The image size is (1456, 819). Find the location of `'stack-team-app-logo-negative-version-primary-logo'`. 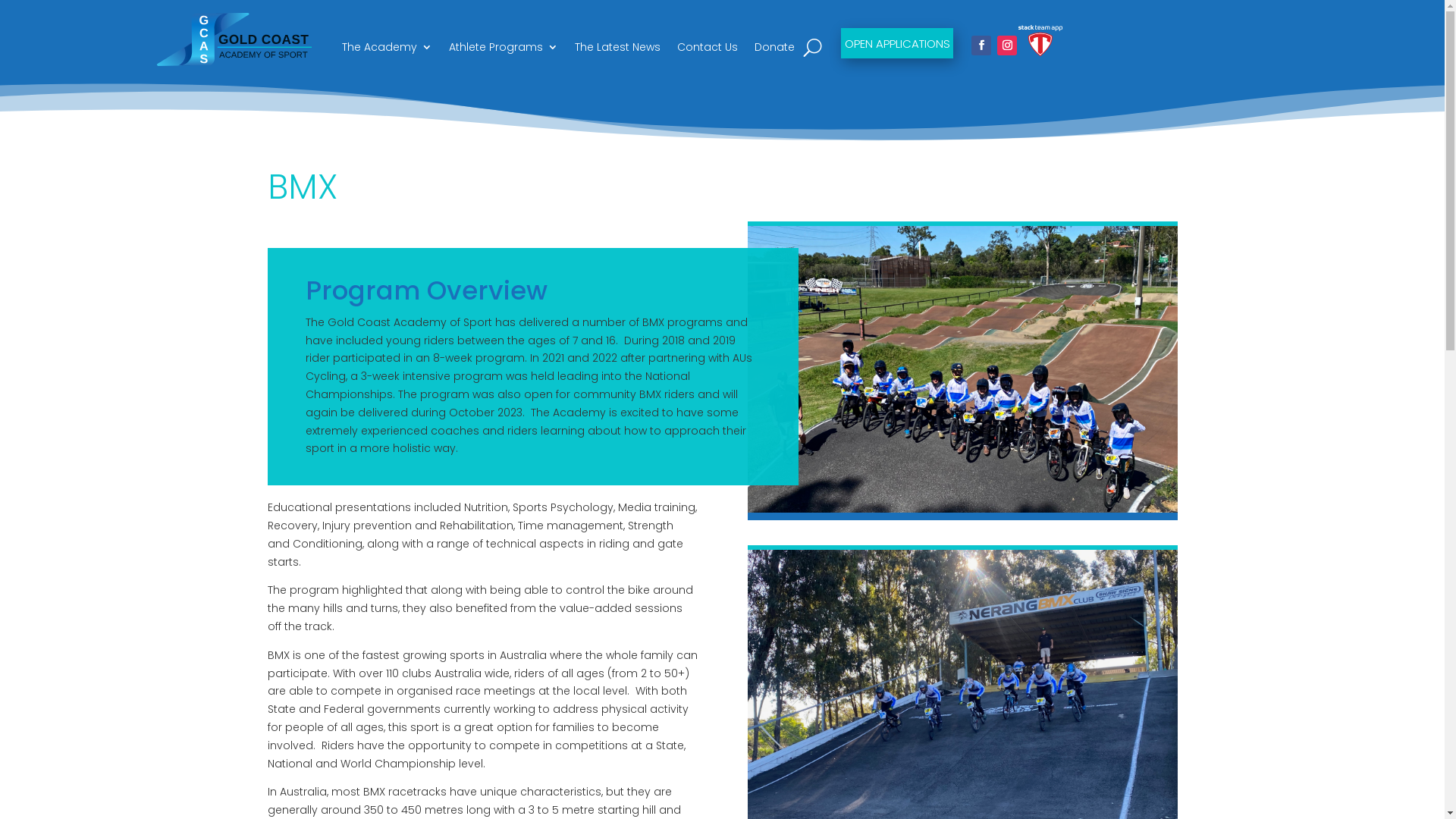

'stack-team-app-logo-negative-version-primary-logo' is located at coordinates (1040, 39).